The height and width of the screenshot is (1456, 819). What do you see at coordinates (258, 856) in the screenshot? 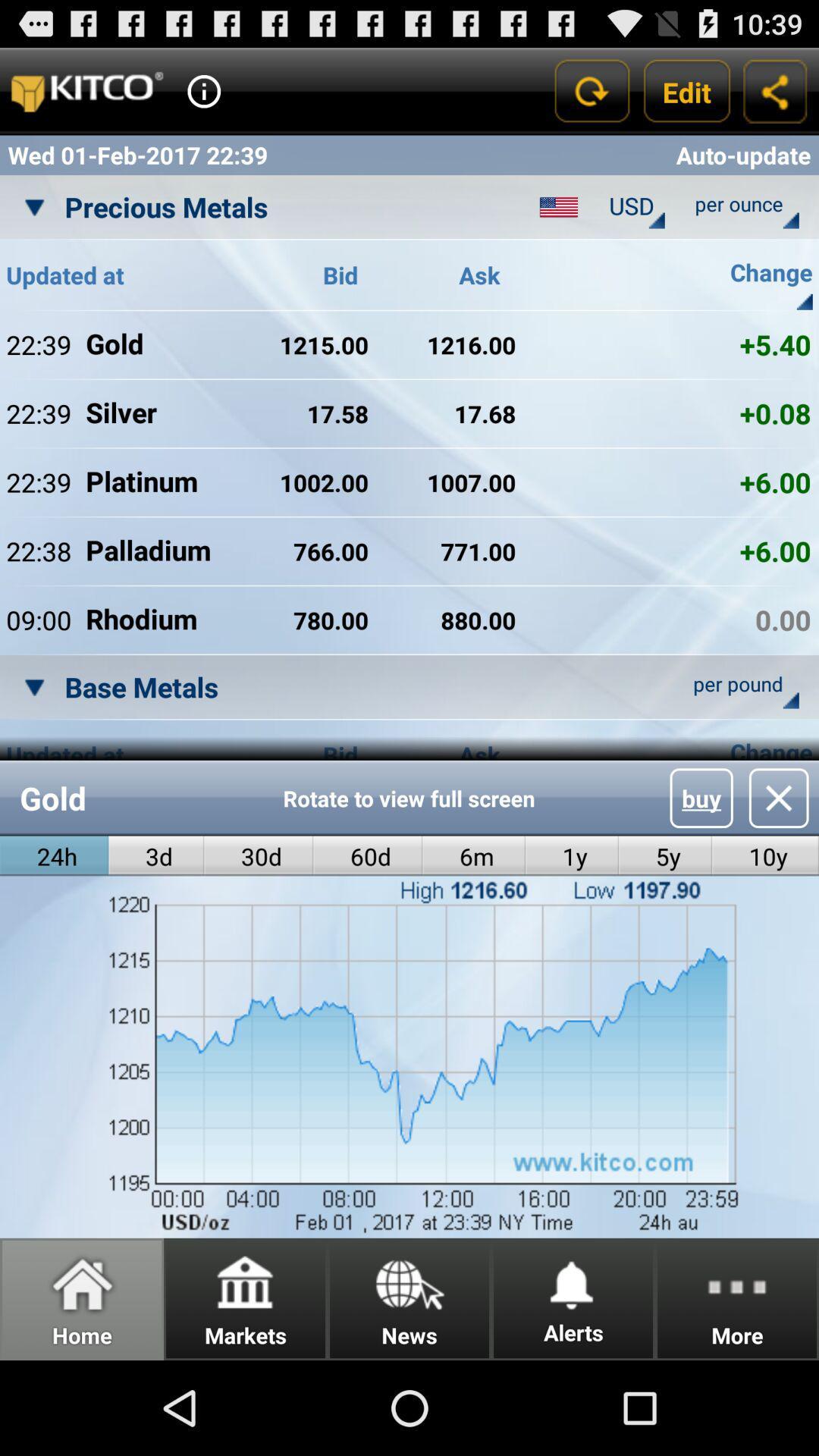
I see `30d radio button` at bounding box center [258, 856].